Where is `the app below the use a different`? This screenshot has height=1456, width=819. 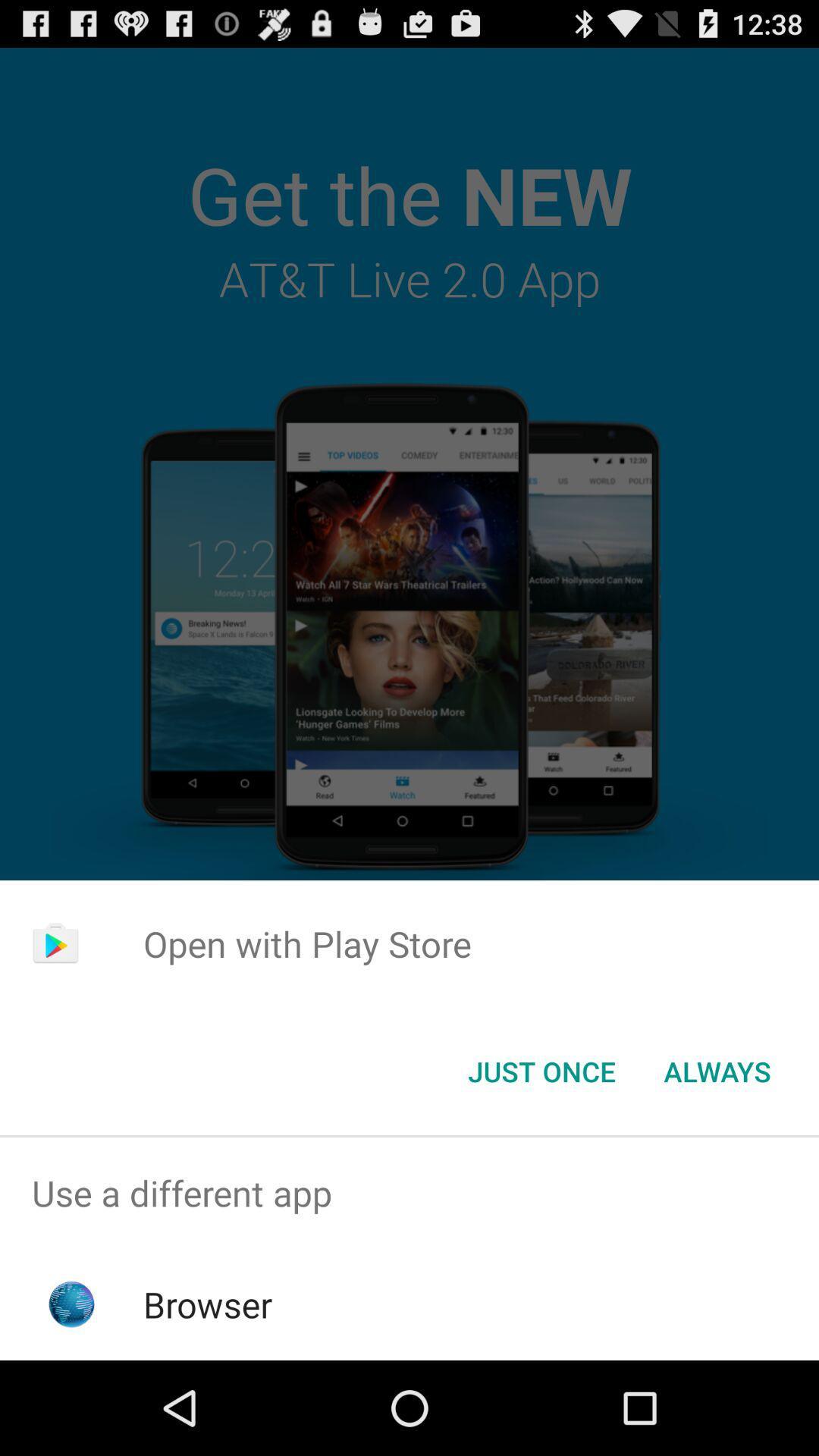 the app below the use a different is located at coordinates (208, 1304).